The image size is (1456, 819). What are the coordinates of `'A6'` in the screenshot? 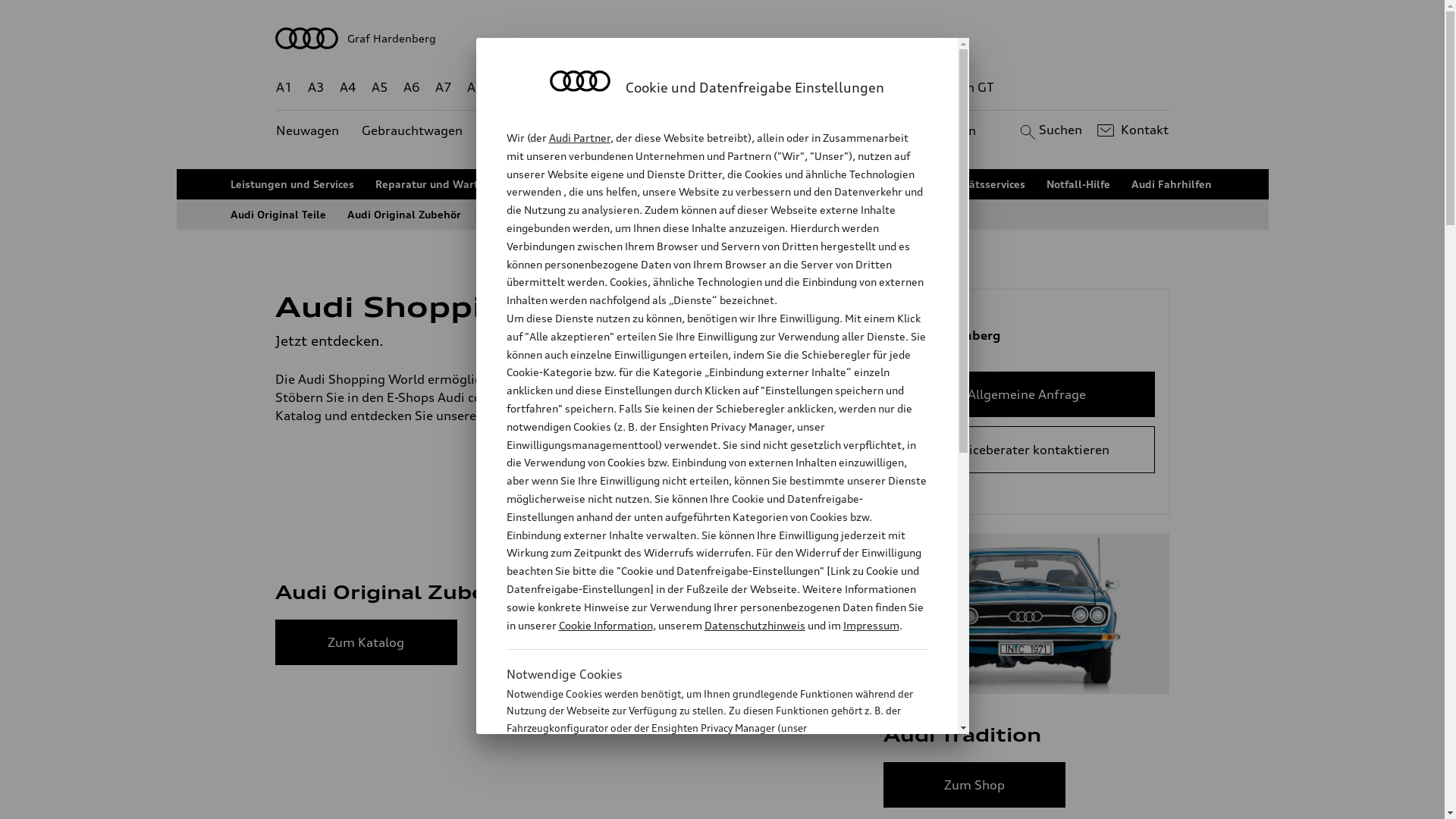 It's located at (411, 87).